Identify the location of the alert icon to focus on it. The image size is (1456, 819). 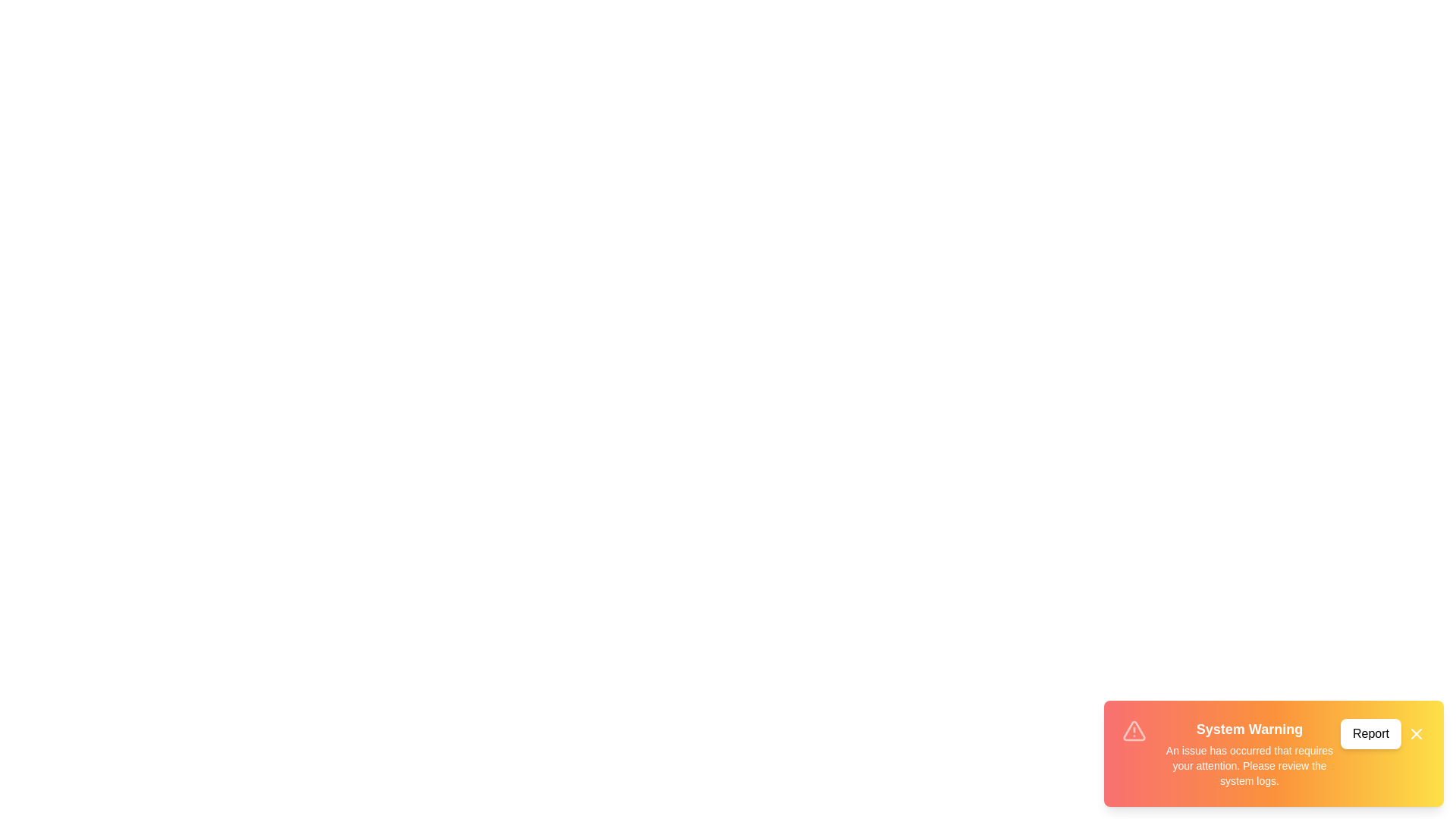
(1134, 730).